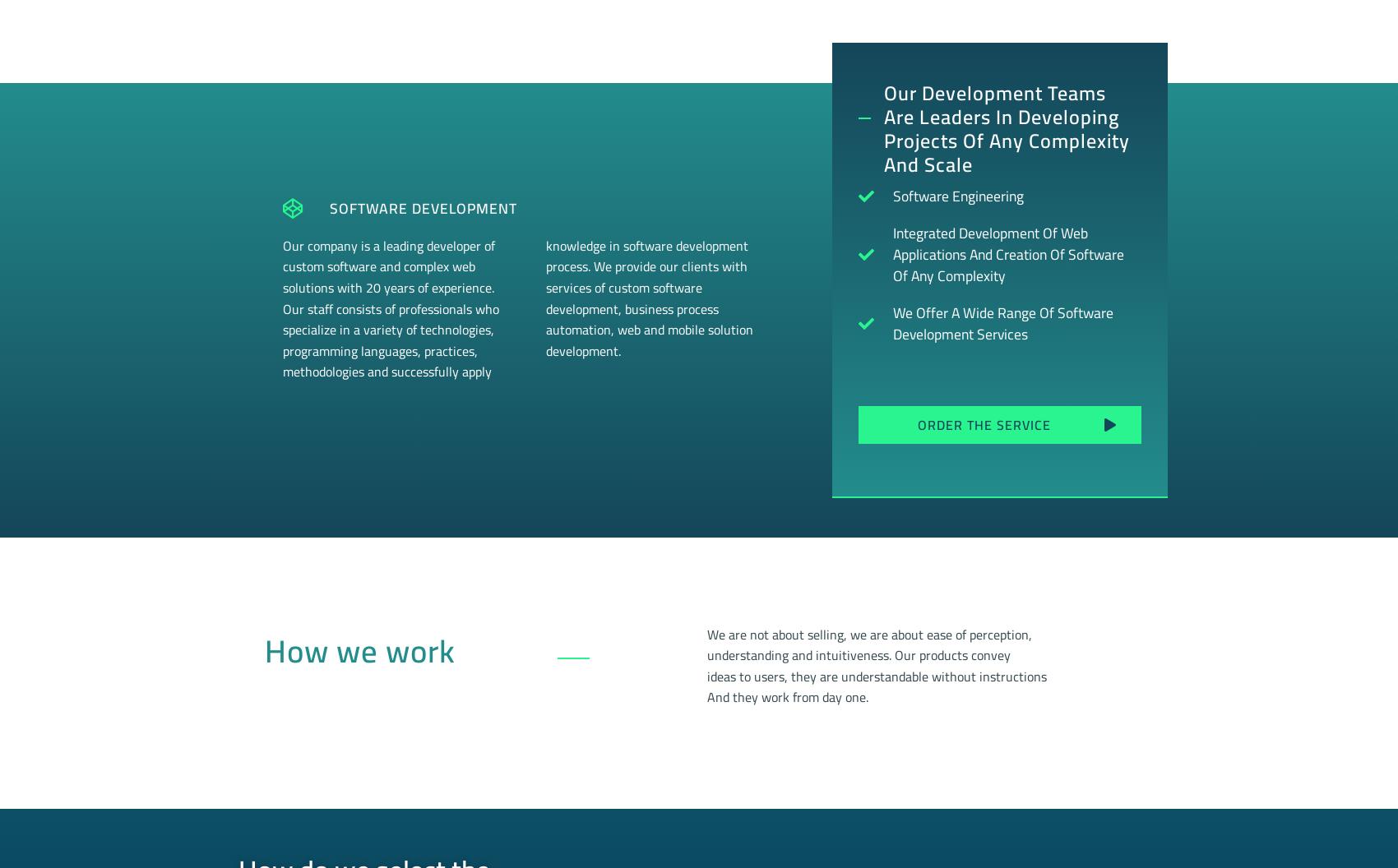 The image size is (1398, 868). What do you see at coordinates (982, 422) in the screenshot?
I see `'Order the service'` at bounding box center [982, 422].